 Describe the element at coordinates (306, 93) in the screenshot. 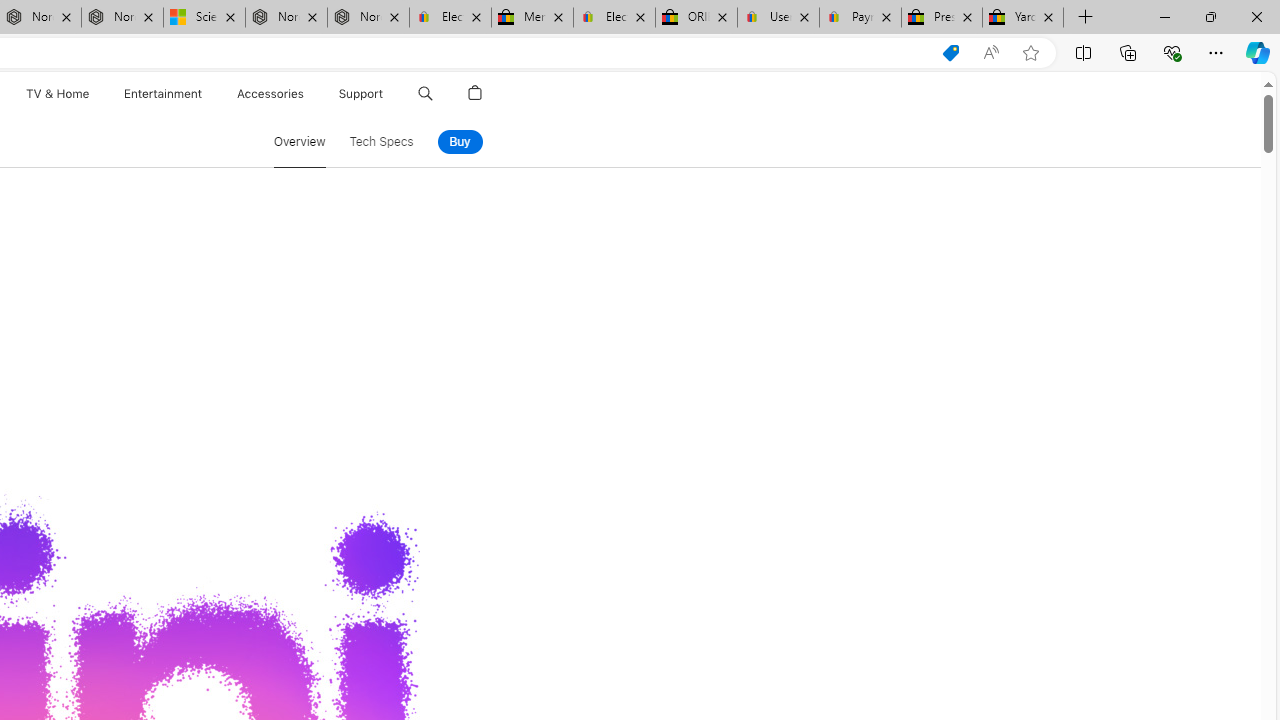

I see `'Accessories menu'` at that location.